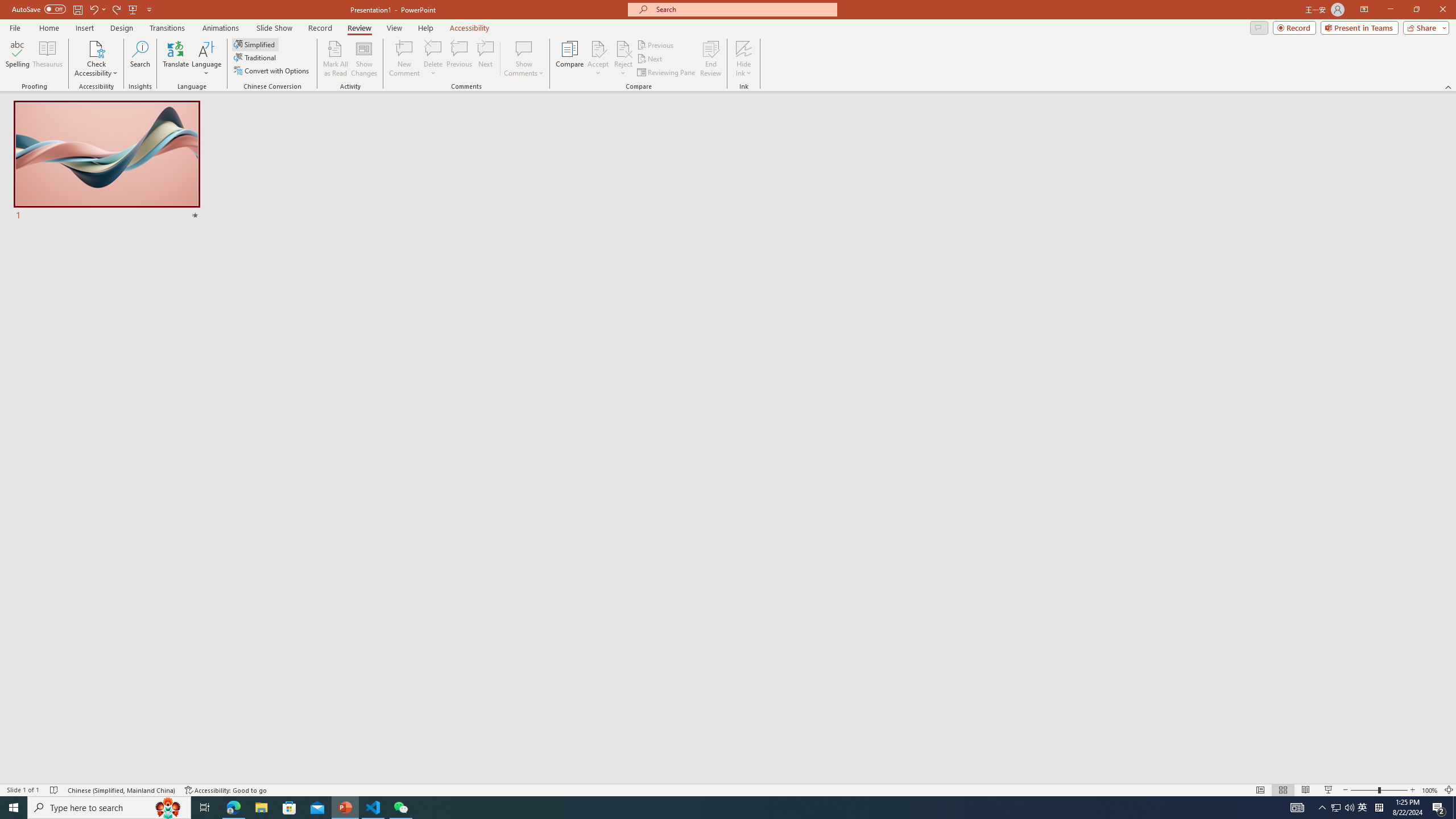 The width and height of the screenshot is (1456, 819). What do you see at coordinates (666, 72) in the screenshot?
I see `'Reviewing Pane'` at bounding box center [666, 72].